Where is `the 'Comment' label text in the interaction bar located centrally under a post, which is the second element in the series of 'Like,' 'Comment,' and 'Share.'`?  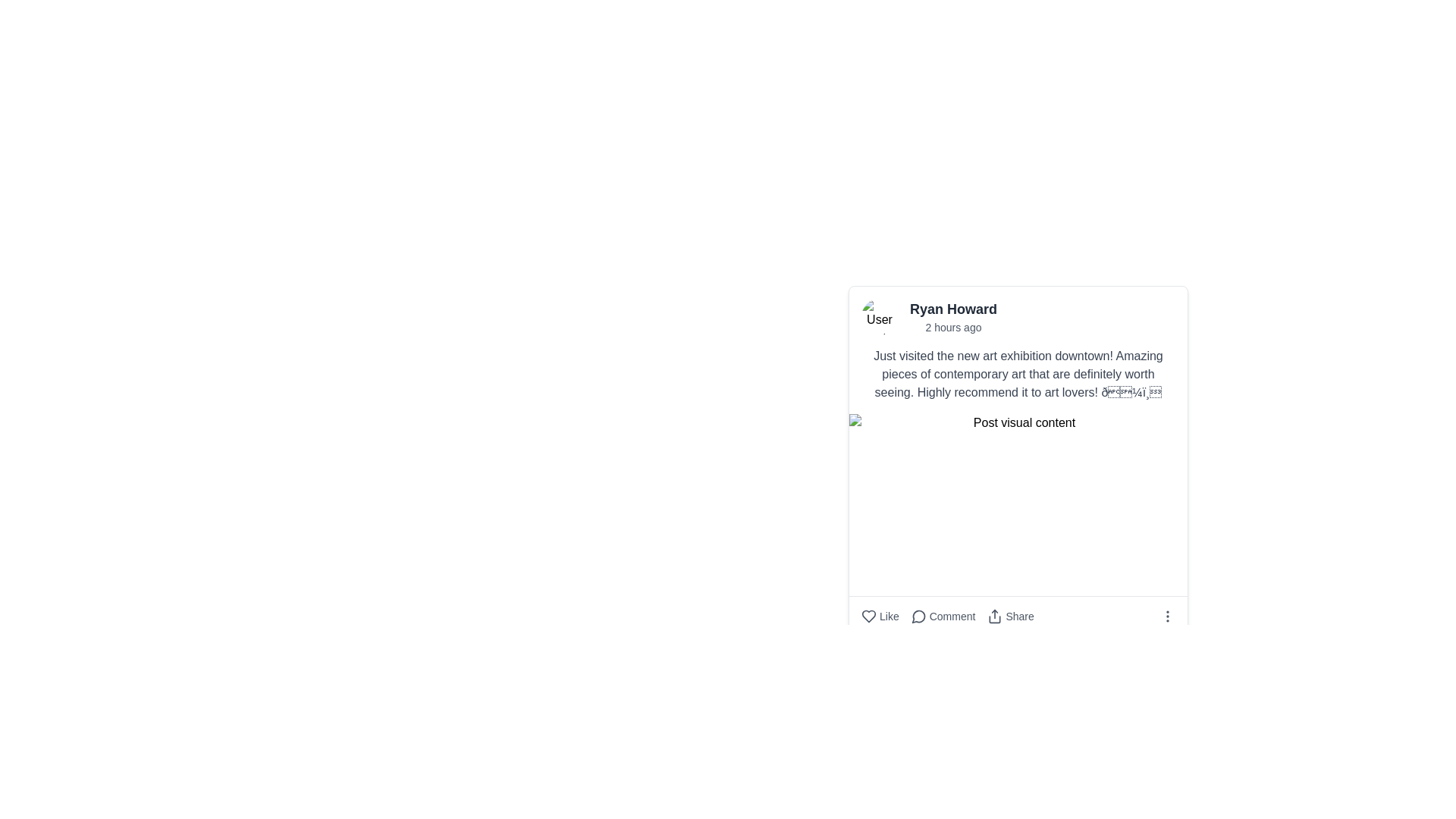
the 'Comment' label text in the interaction bar located centrally under a post, which is the second element in the series of 'Like,' 'Comment,' and 'Share.' is located at coordinates (952, 617).